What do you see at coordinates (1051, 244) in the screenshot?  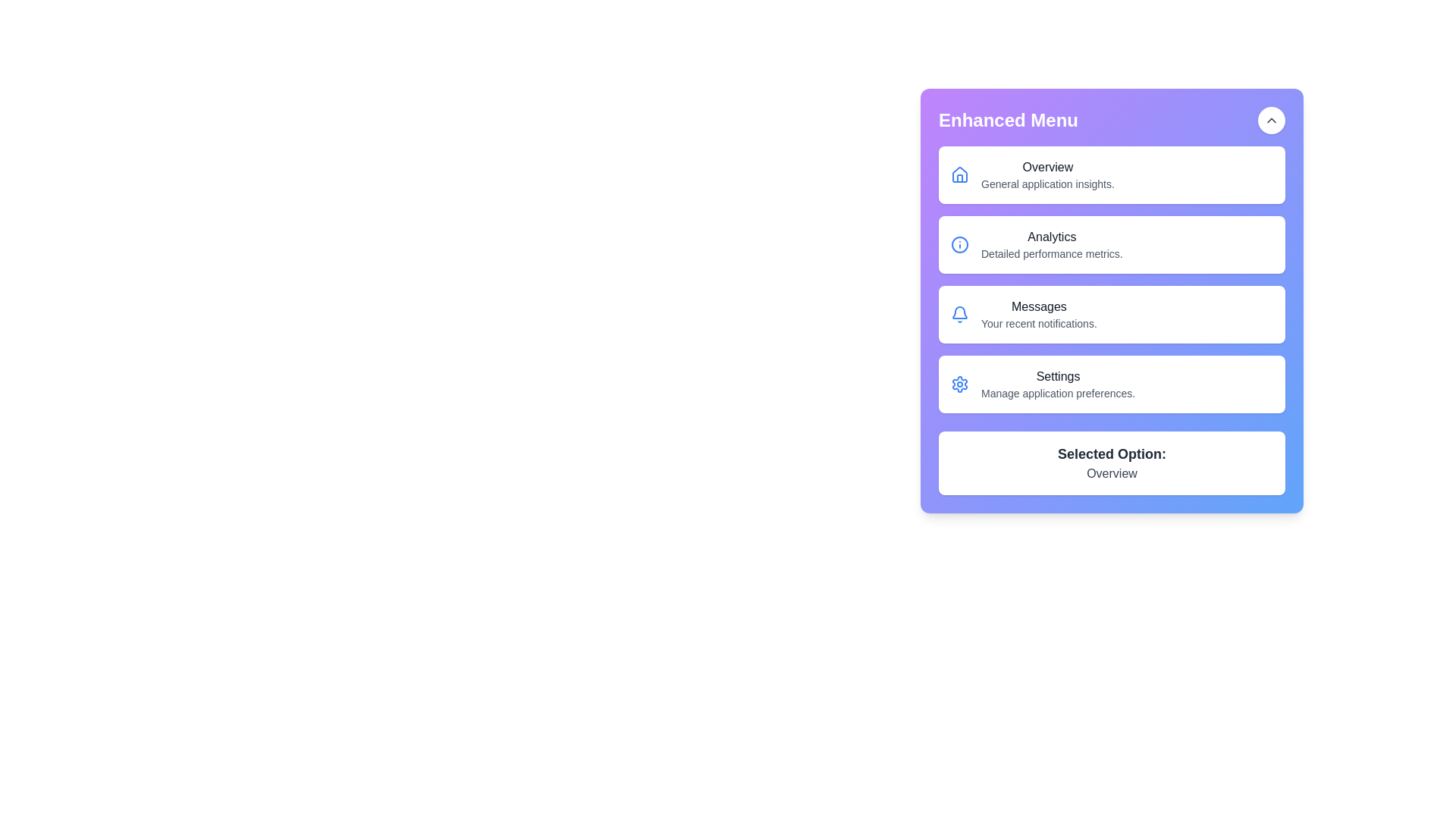 I see `the 'Analytics' menu item, which is the second item in the vertical menu list within the 'Enhanced Menu' panel` at bounding box center [1051, 244].